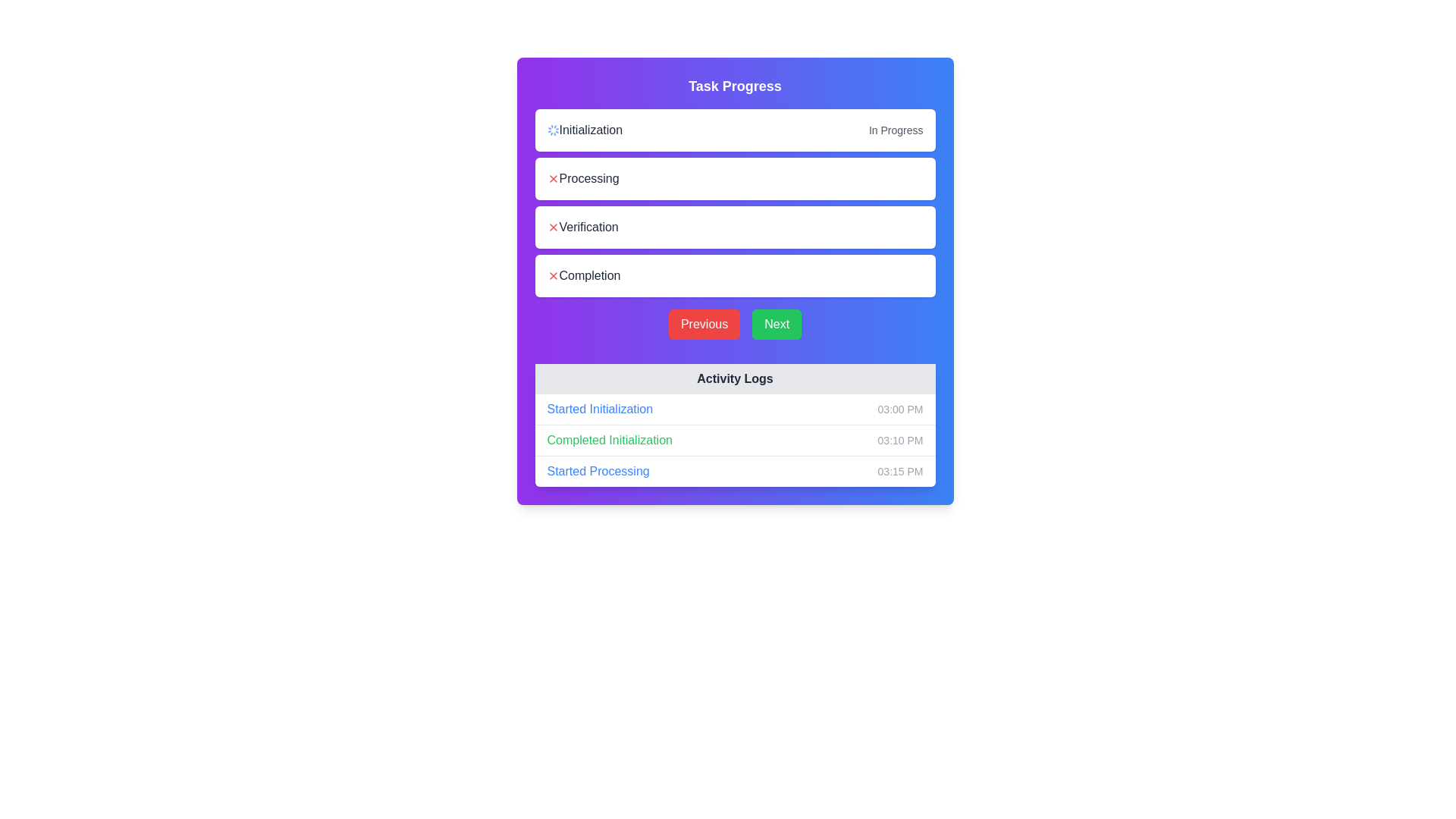  I want to click on the 'Processing' step in the Step indicator group with progress tracker, so click(735, 202).